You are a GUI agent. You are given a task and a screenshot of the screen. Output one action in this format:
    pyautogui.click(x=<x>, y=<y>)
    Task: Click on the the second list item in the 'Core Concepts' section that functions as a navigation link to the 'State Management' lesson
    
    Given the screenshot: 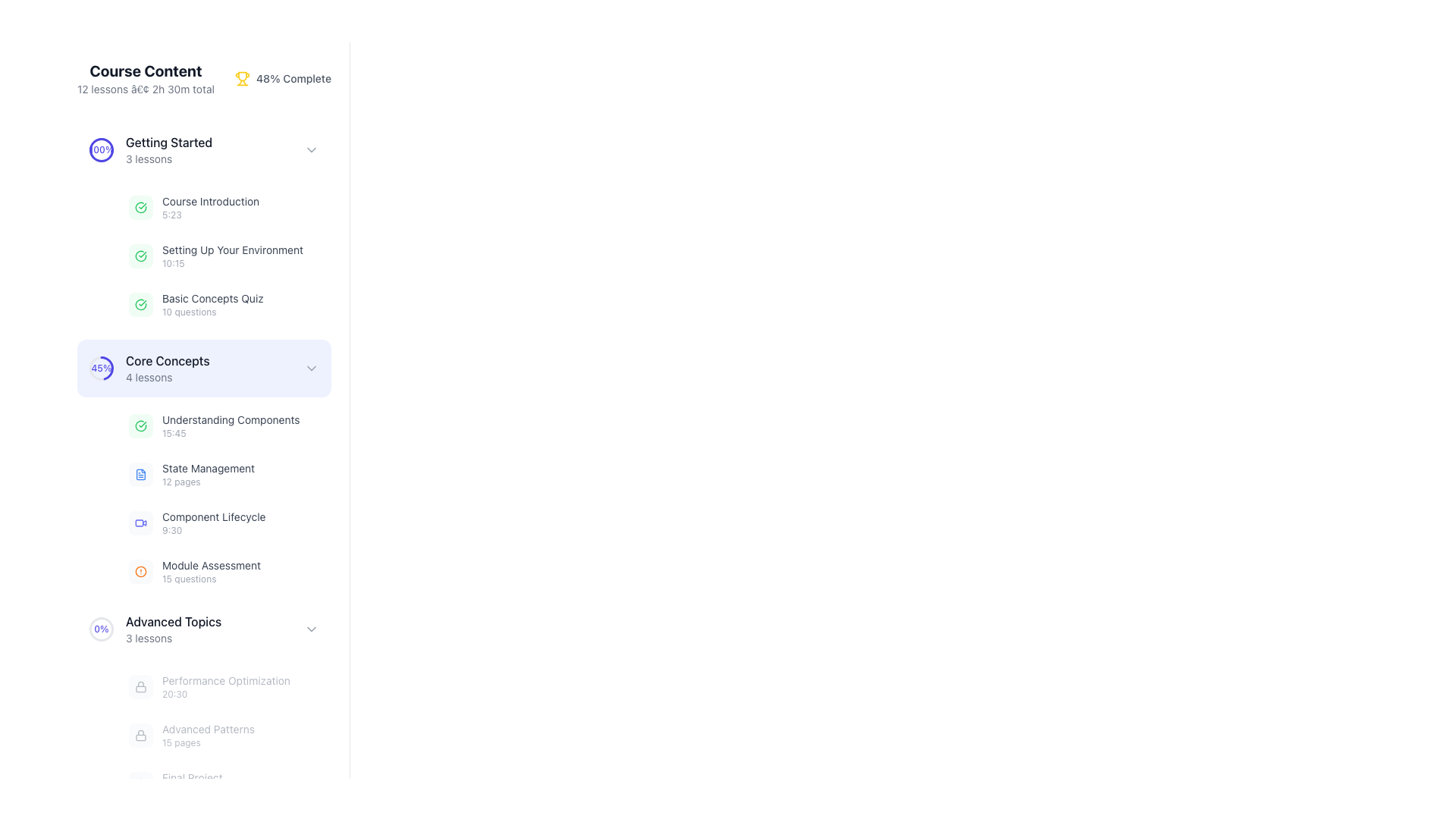 What is the action you would take?
    pyautogui.click(x=191, y=473)
    